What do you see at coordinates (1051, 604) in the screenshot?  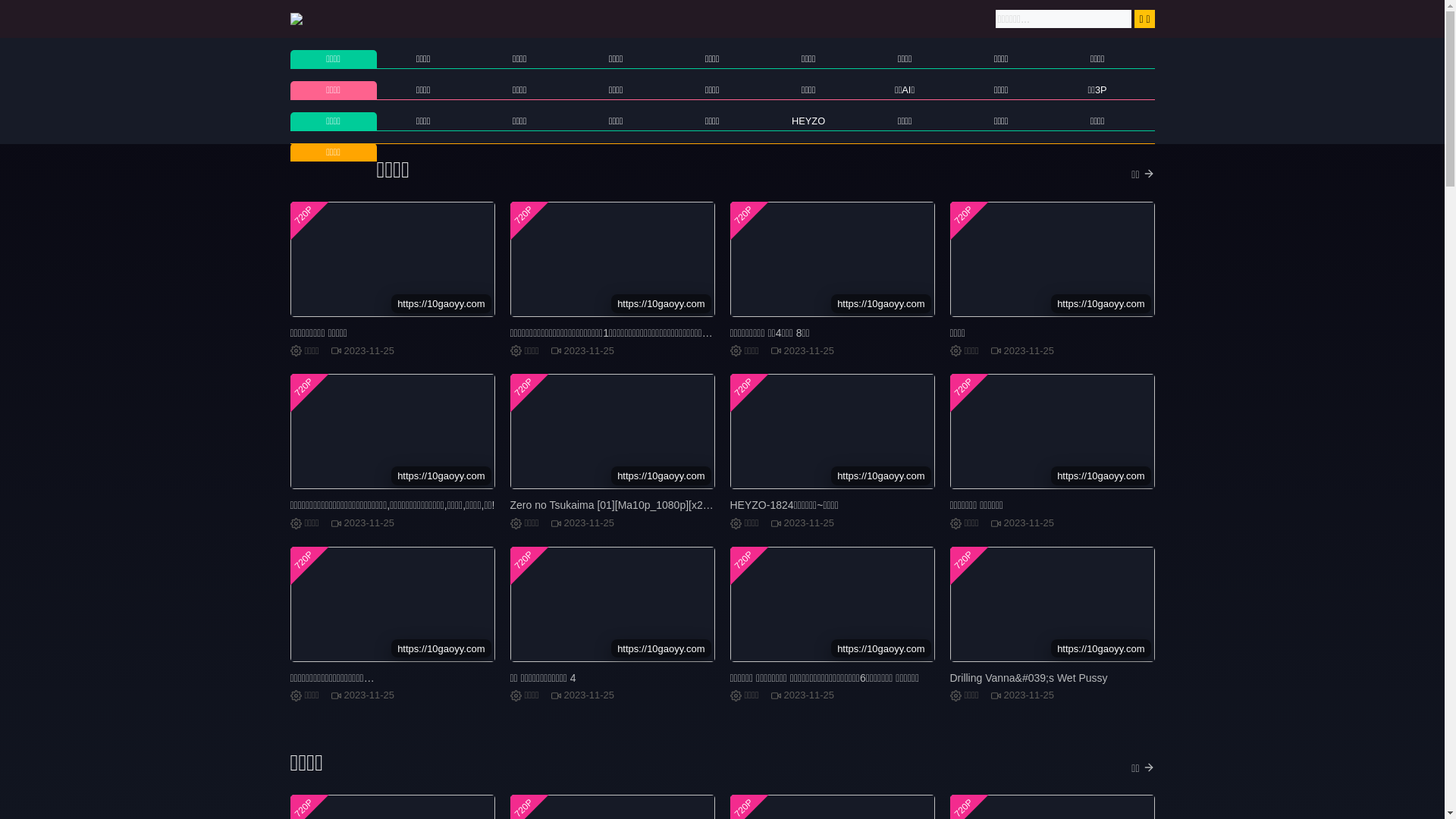 I see `'720P` at bounding box center [1051, 604].